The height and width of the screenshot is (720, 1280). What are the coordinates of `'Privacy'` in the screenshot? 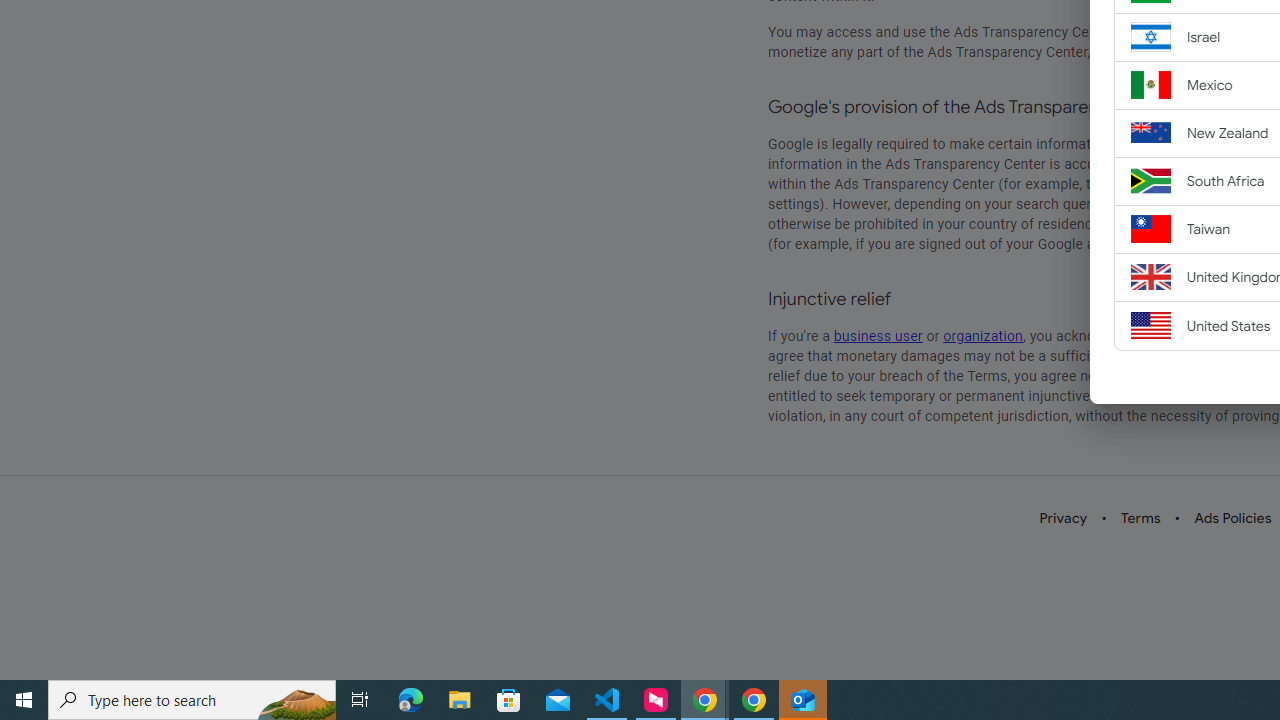 It's located at (1062, 517).